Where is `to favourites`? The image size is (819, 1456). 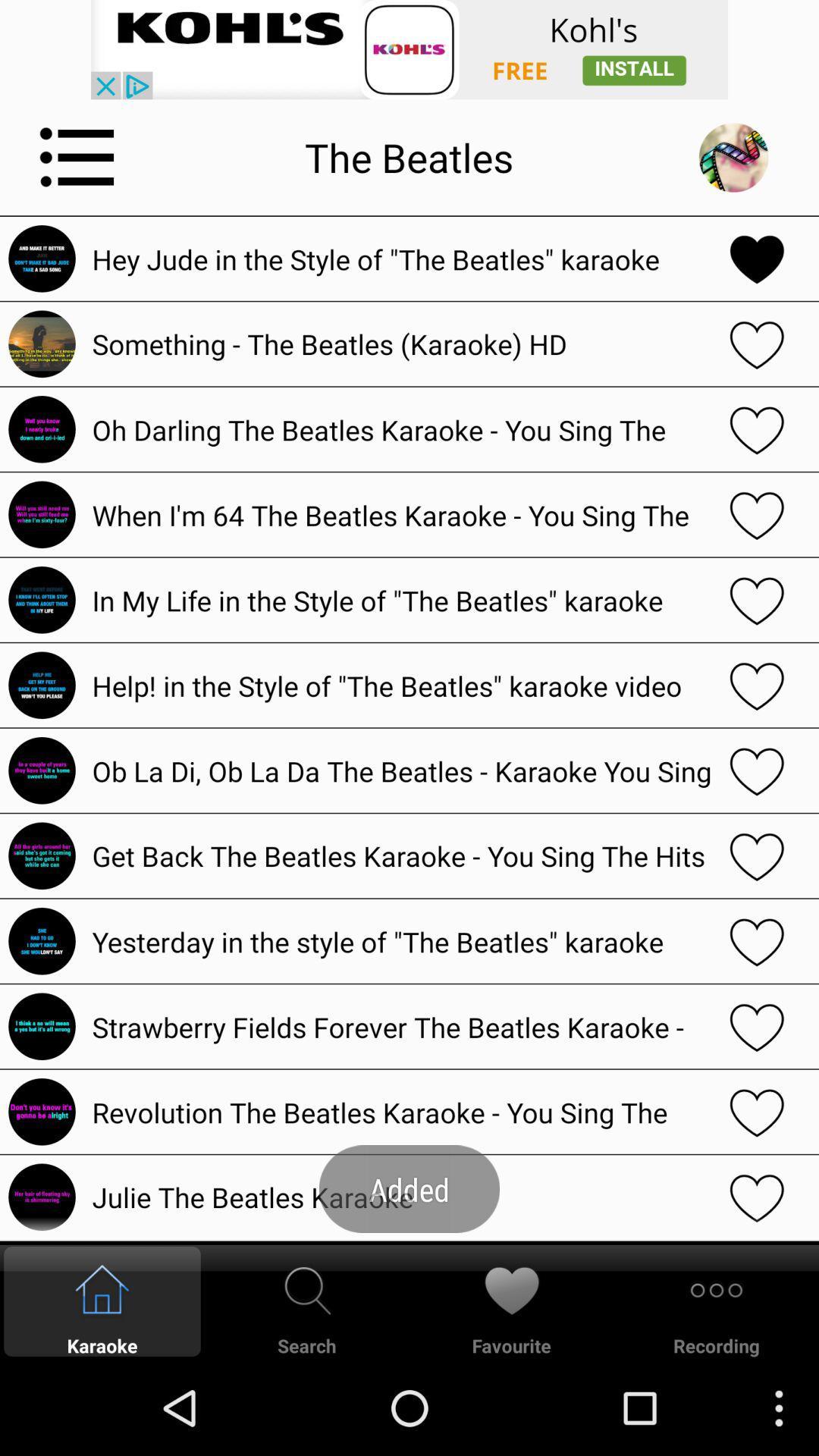
to favourites is located at coordinates (757, 514).